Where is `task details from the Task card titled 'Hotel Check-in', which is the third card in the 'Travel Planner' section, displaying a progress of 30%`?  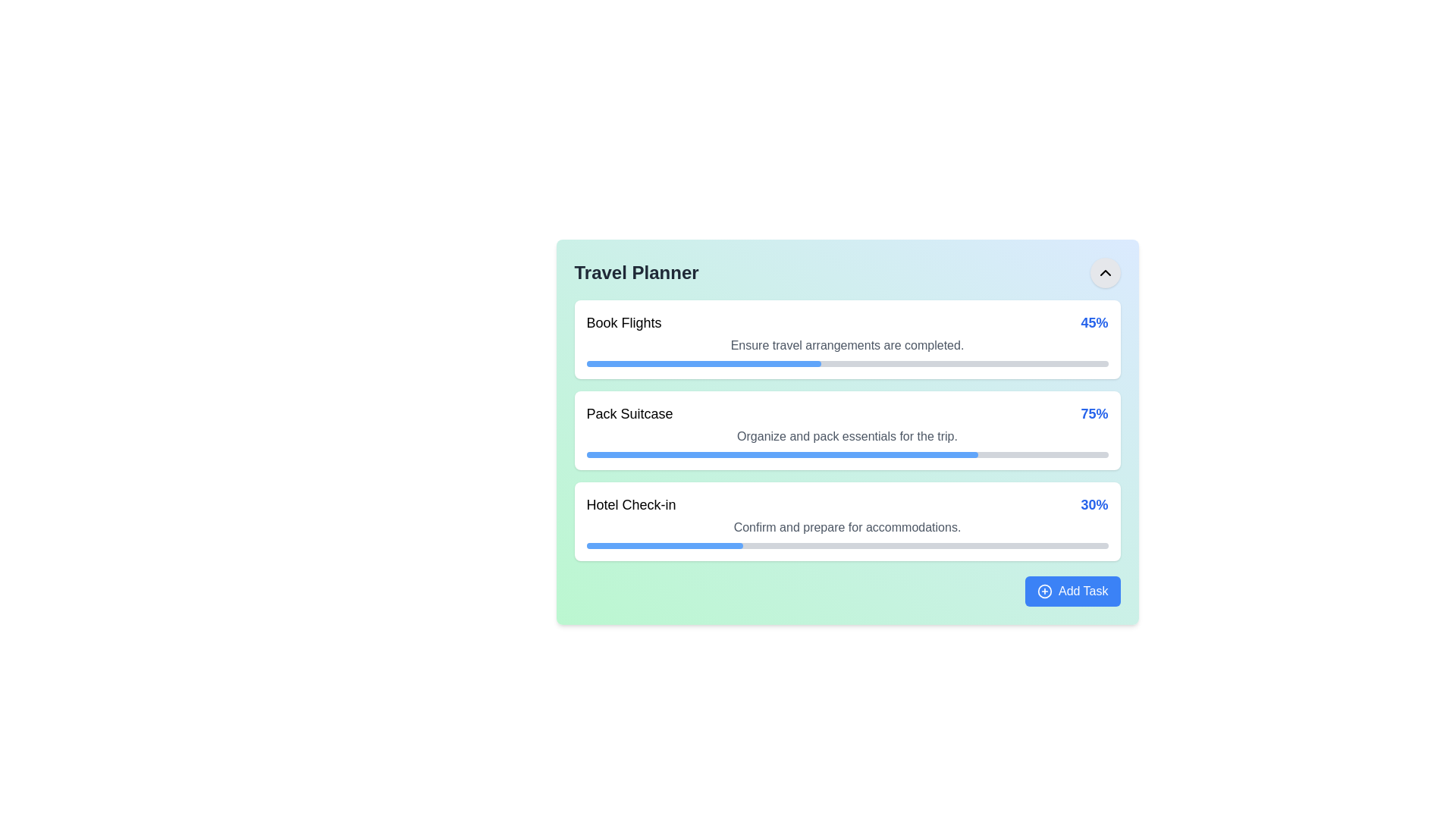
task details from the Task card titled 'Hotel Check-in', which is the third card in the 'Travel Planner' section, displaying a progress of 30% is located at coordinates (846, 520).